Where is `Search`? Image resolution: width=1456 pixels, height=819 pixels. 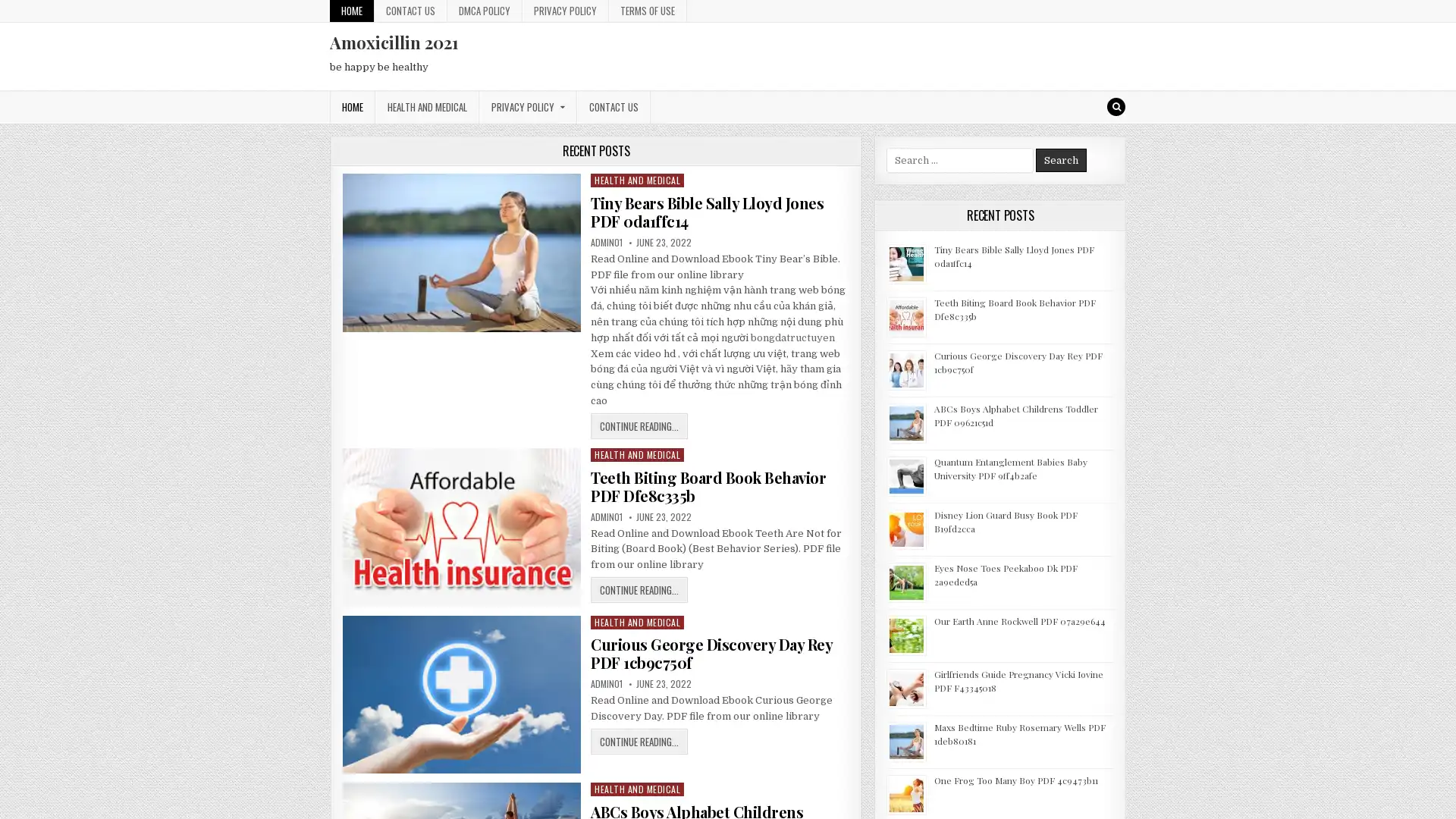
Search is located at coordinates (1060, 160).